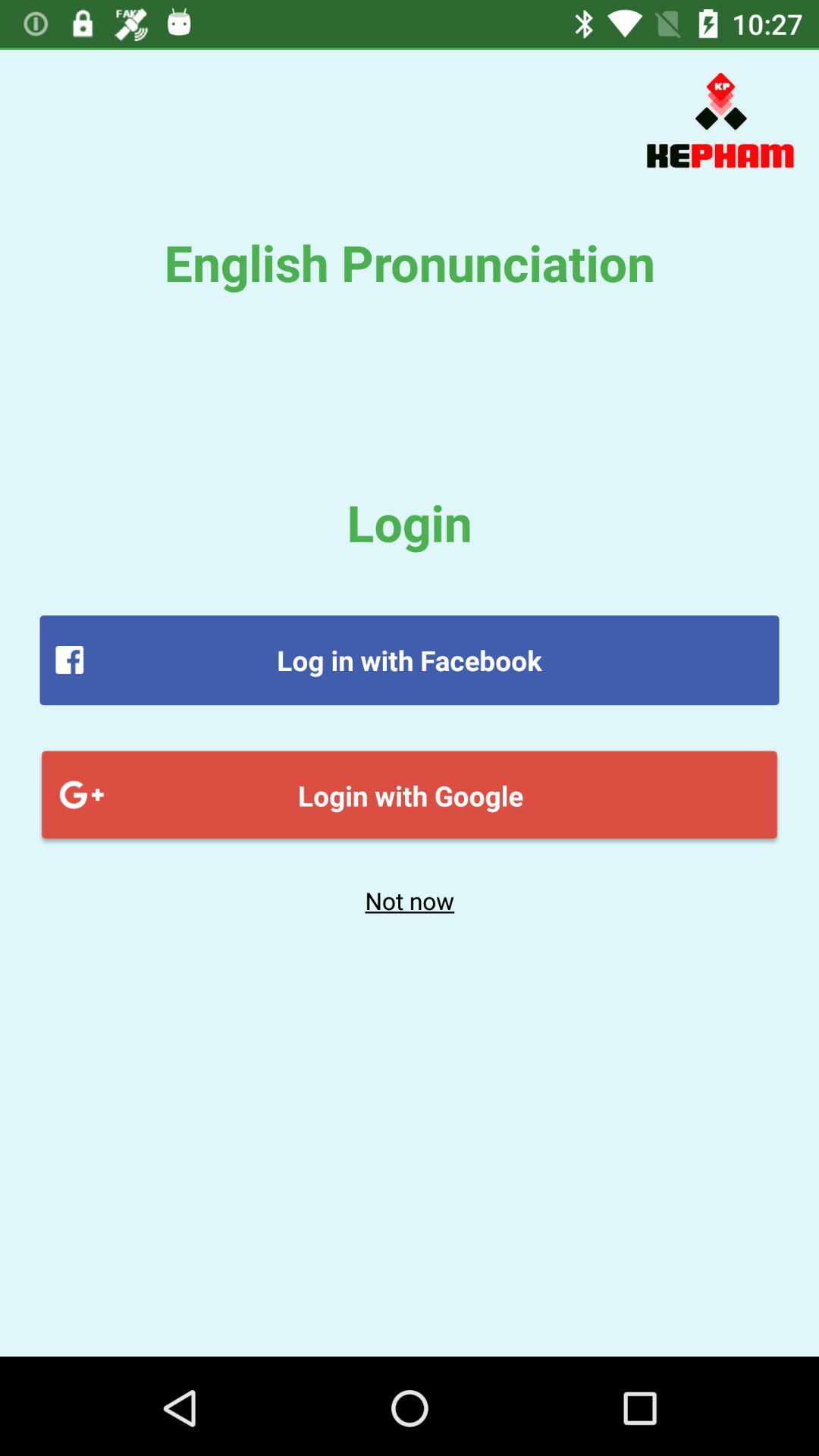  What do you see at coordinates (409, 794) in the screenshot?
I see `the login with google` at bounding box center [409, 794].